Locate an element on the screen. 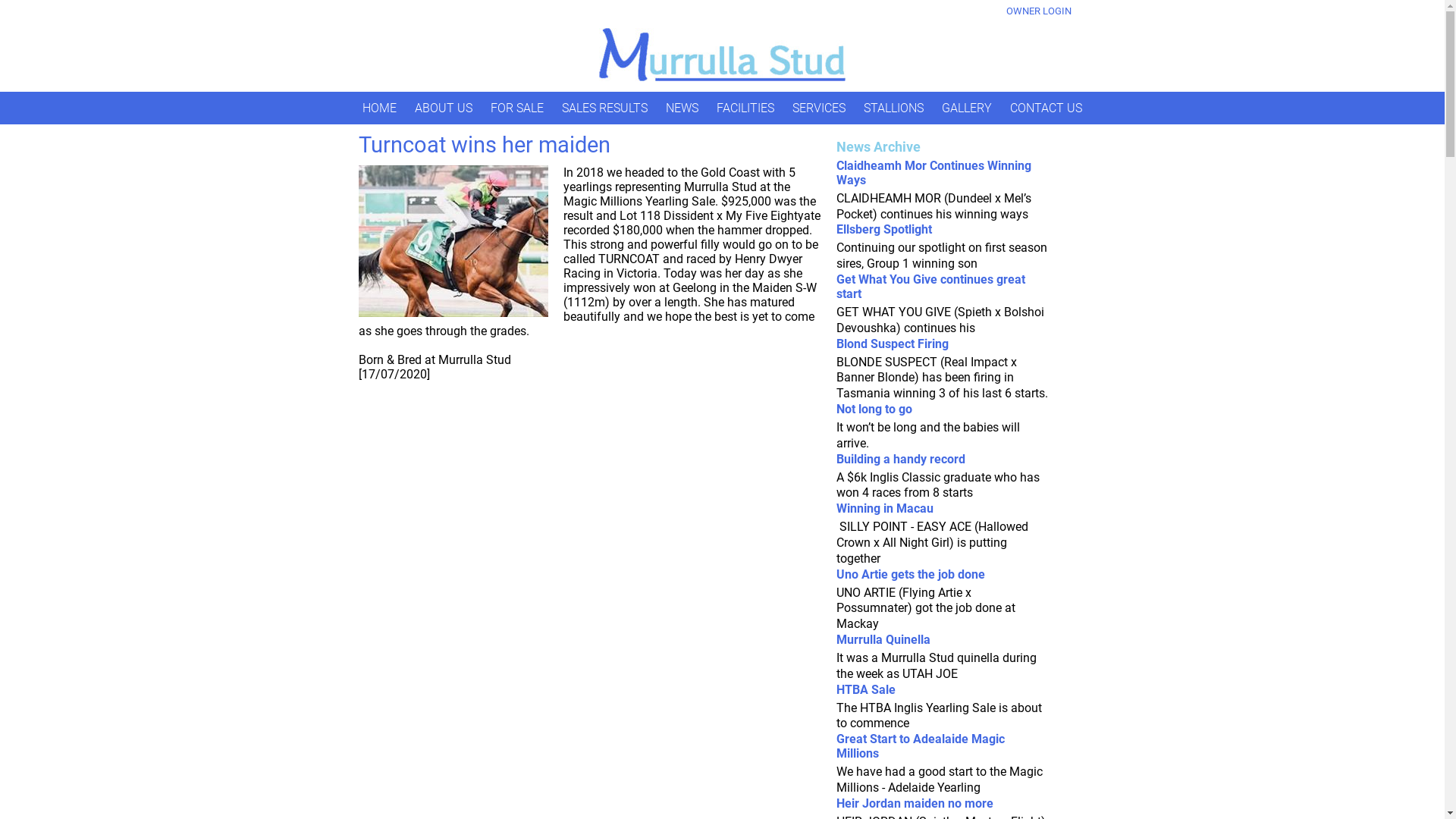 The image size is (1456, 819). 'FOR SALE' is located at coordinates (520, 107).